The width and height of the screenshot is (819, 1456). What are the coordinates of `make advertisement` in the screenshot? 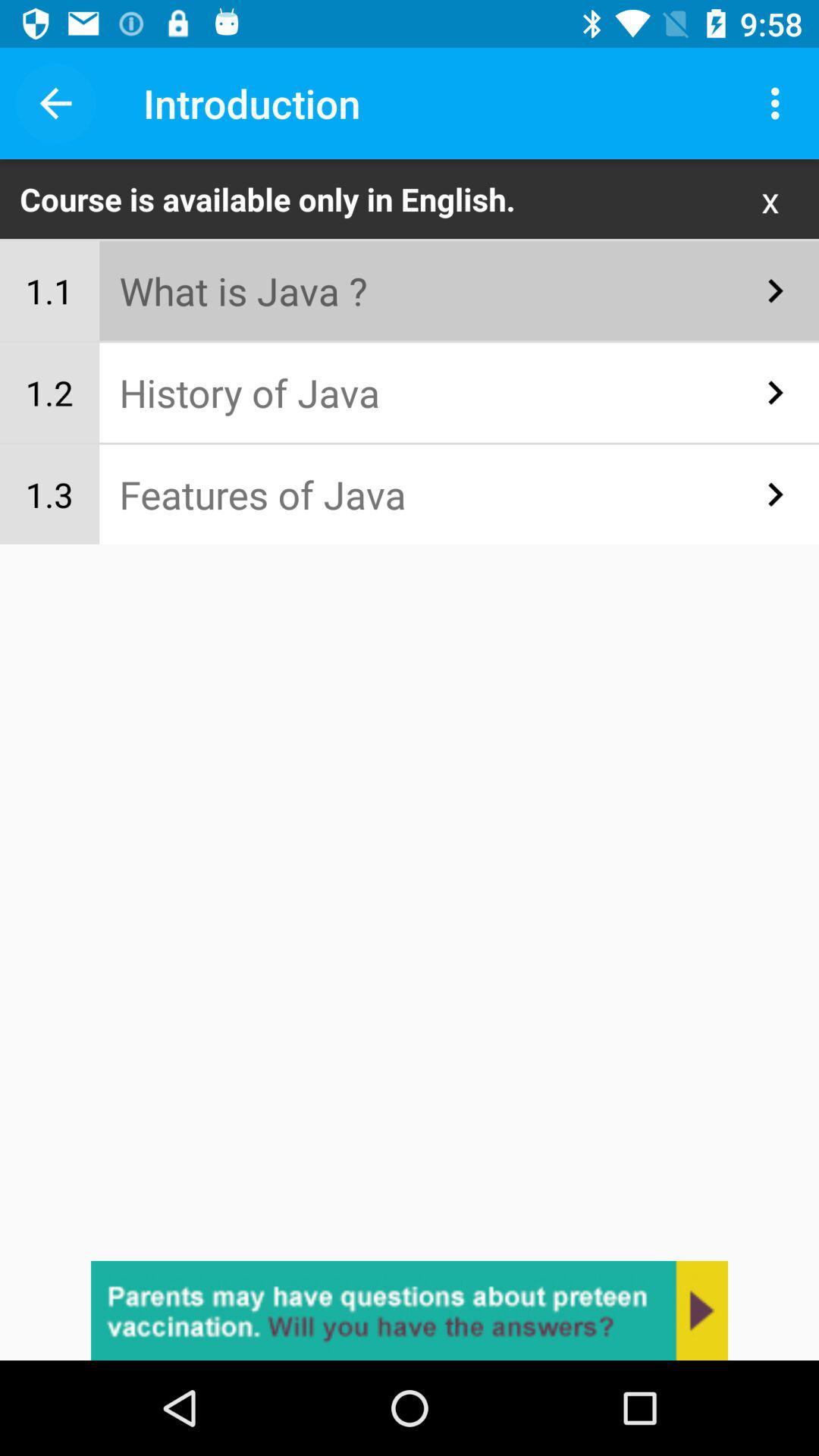 It's located at (409, 1310).